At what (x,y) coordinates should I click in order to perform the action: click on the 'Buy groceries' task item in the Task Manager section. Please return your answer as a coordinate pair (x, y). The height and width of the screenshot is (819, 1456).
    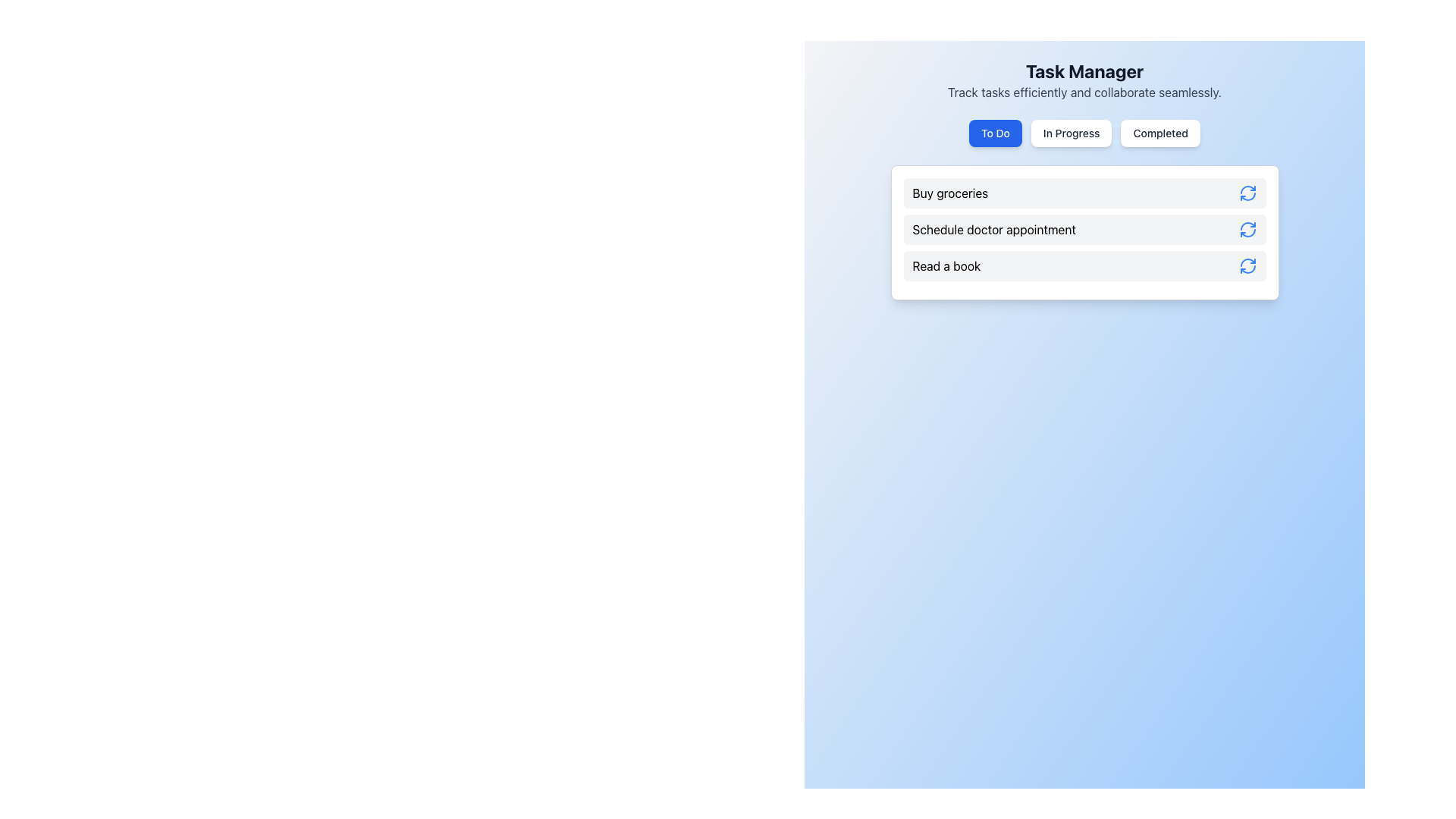
    Looking at the image, I should click on (1084, 192).